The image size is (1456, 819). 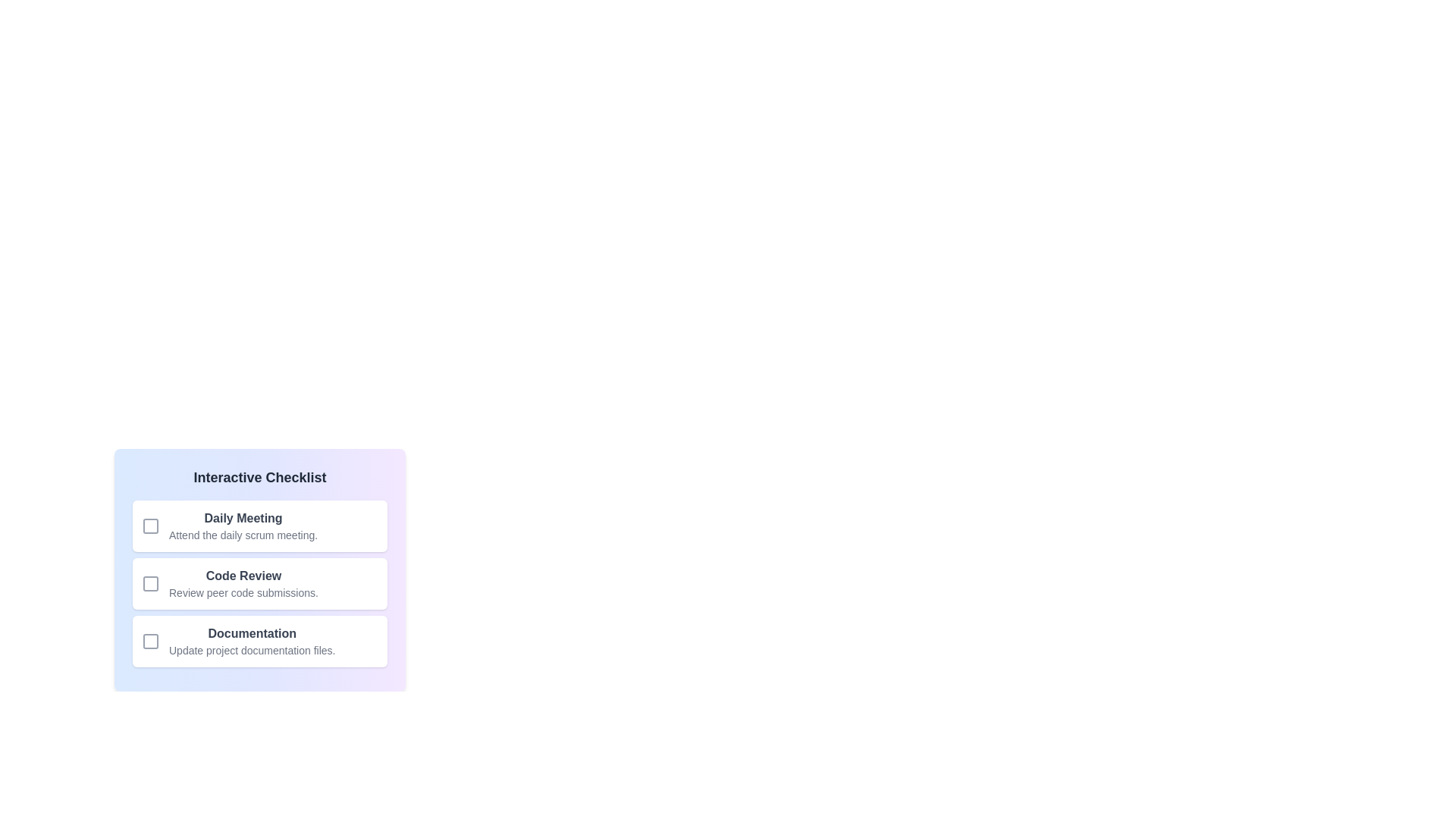 What do you see at coordinates (150, 526) in the screenshot?
I see `the checkbox for the 'Daily Meeting' task in the checklist` at bounding box center [150, 526].